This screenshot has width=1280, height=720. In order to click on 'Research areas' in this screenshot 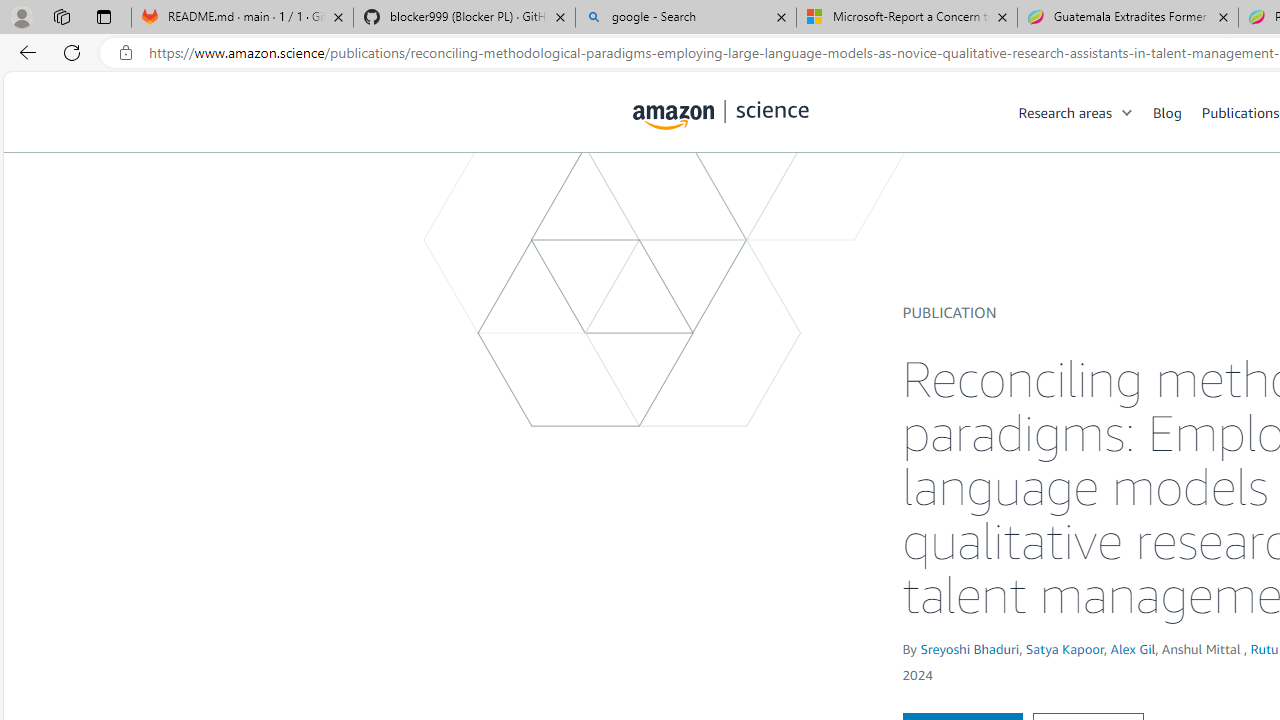, I will do `click(1085, 111)`.